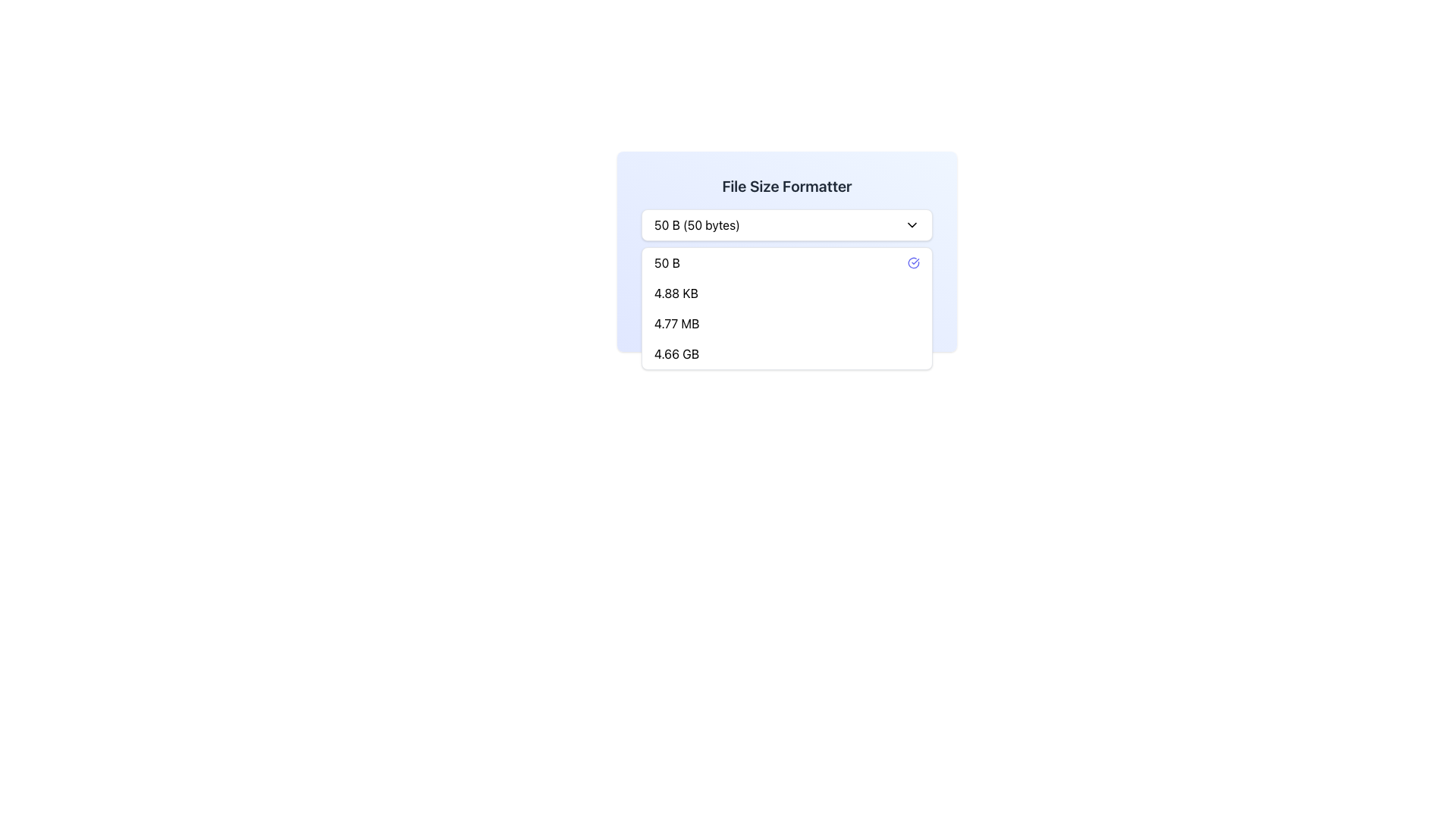 The width and height of the screenshot is (1456, 819). I want to click on the text element representing the size option '50 B' in the dropdown list, so click(667, 262).